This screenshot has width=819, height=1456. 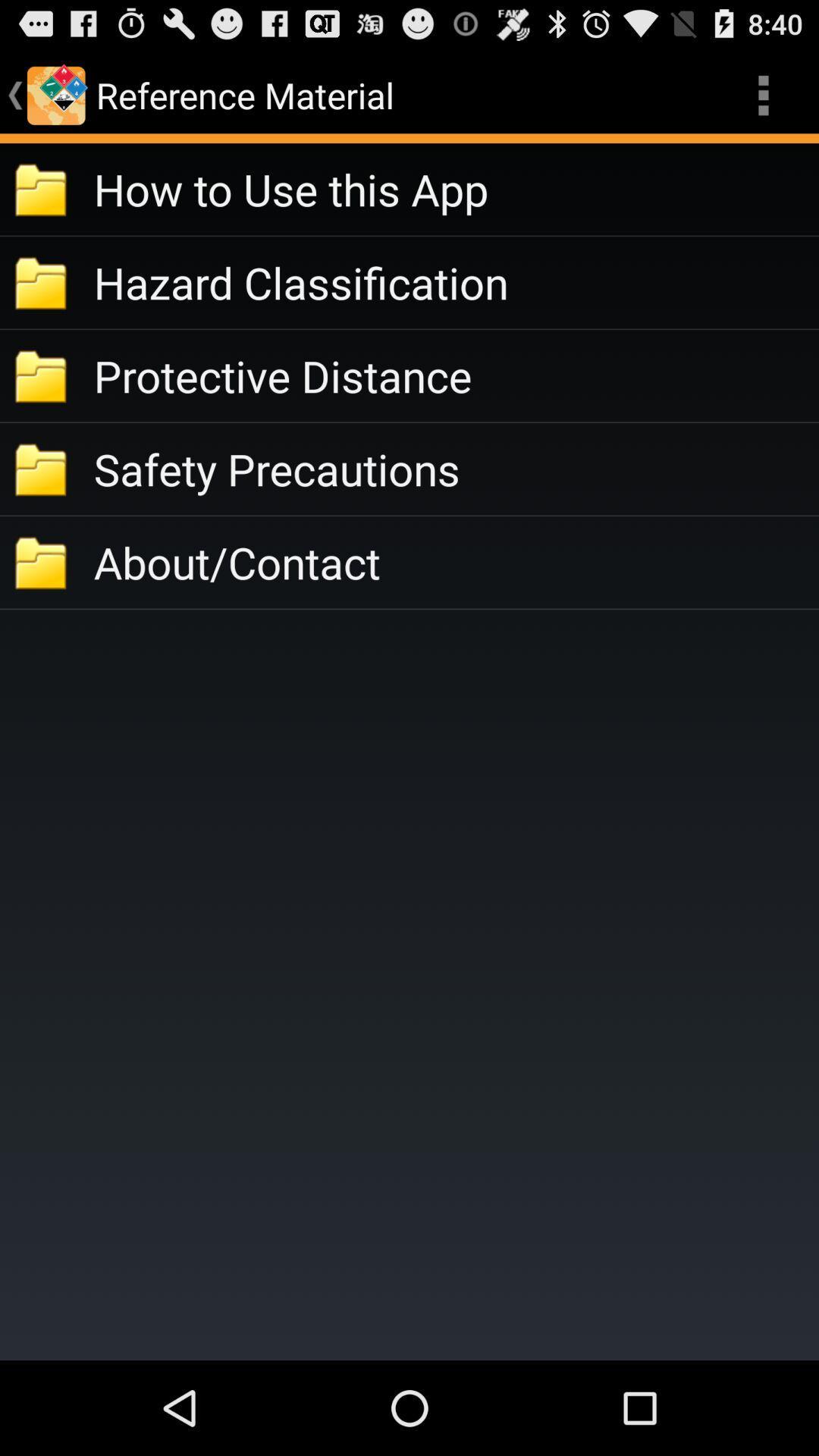 What do you see at coordinates (42, 283) in the screenshot?
I see `second folder icon from top` at bounding box center [42, 283].